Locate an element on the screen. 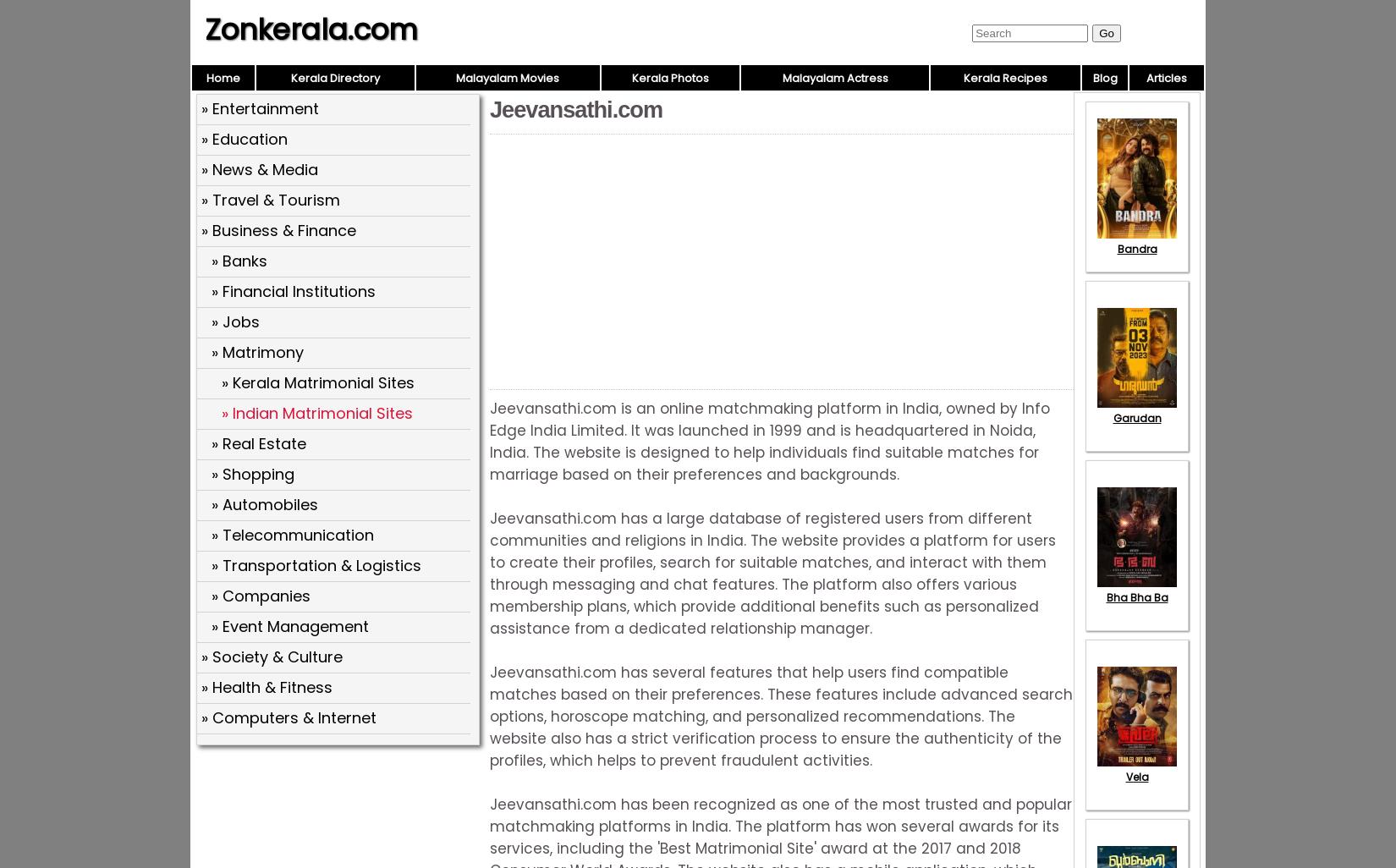  '» Kerala Matrimonial Sites' is located at coordinates (222, 382).